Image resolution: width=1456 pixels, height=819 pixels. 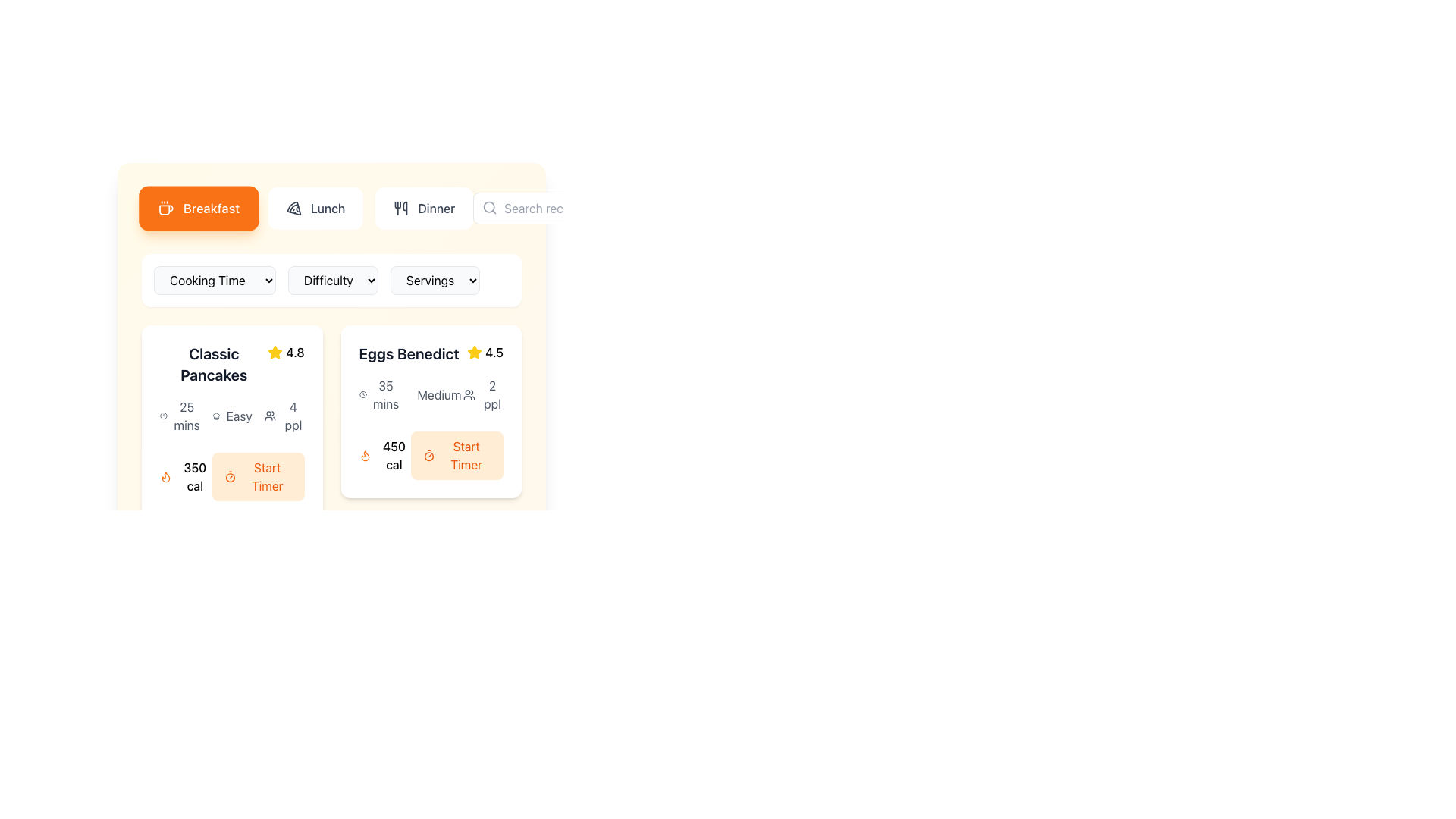 What do you see at coordinates (430, 394) in the screenshot?
I see `the Text label indicating the medium difficulty level of the associated recipe, located between '35 mins' and '2 ppl'` at bounding box center [430, 394].